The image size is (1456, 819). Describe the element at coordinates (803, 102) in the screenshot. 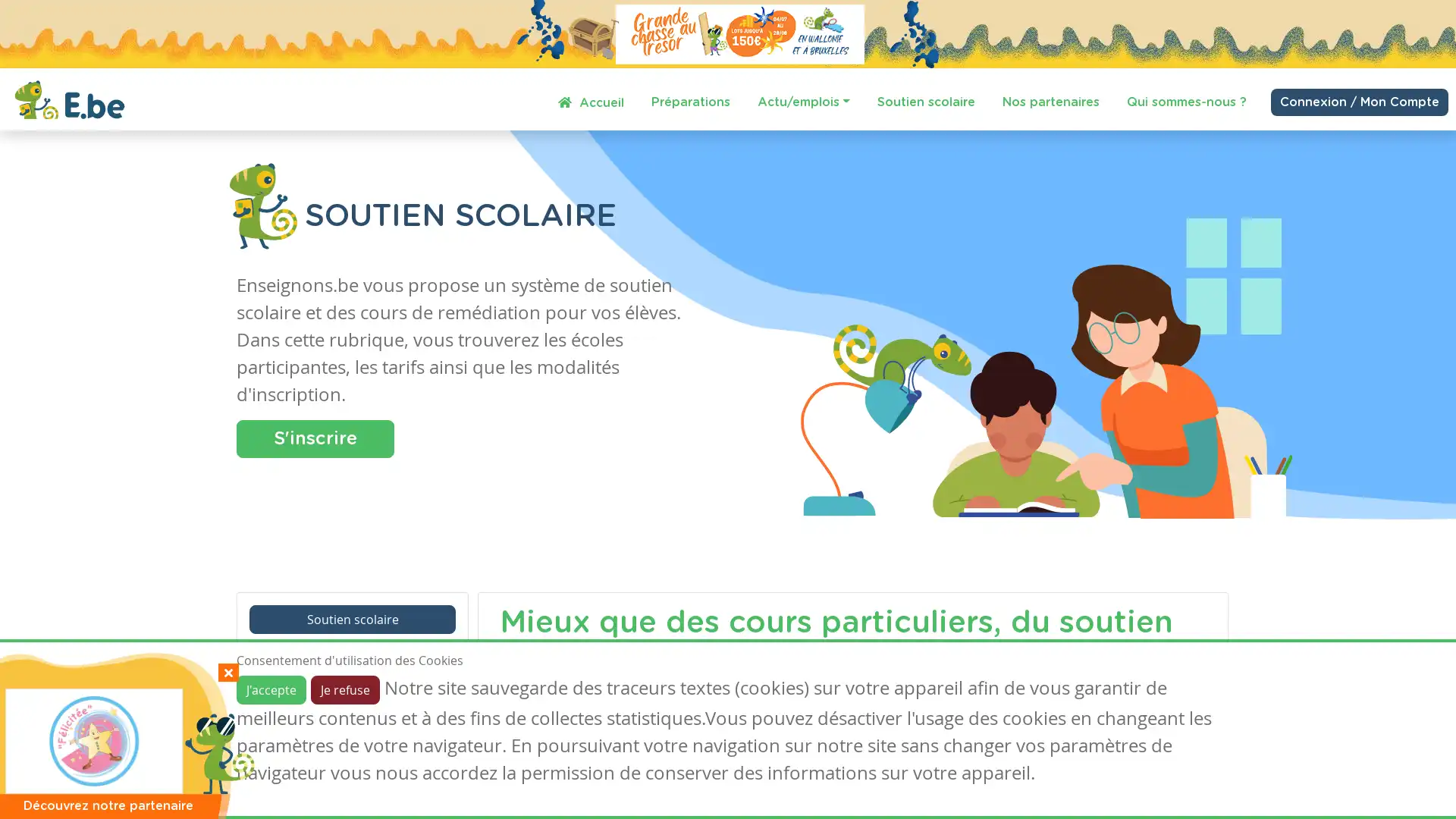

I see `Actu/emplois` at that location.